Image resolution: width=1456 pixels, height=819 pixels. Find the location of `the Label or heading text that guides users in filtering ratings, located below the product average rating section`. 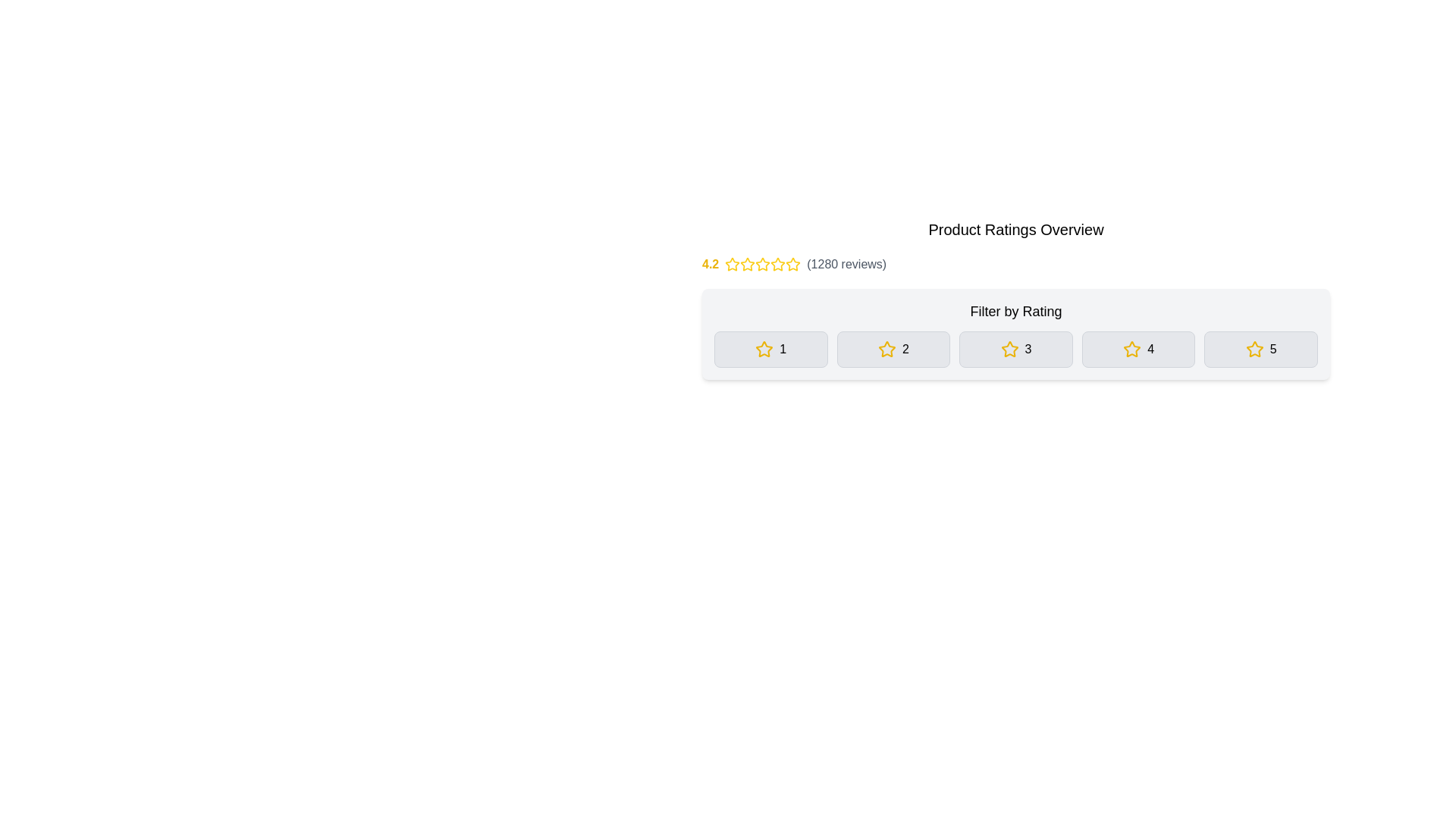

the Label or heading text that guides users in filtering ratings, located below the product average rating section is located at coordinates (1015, 299).